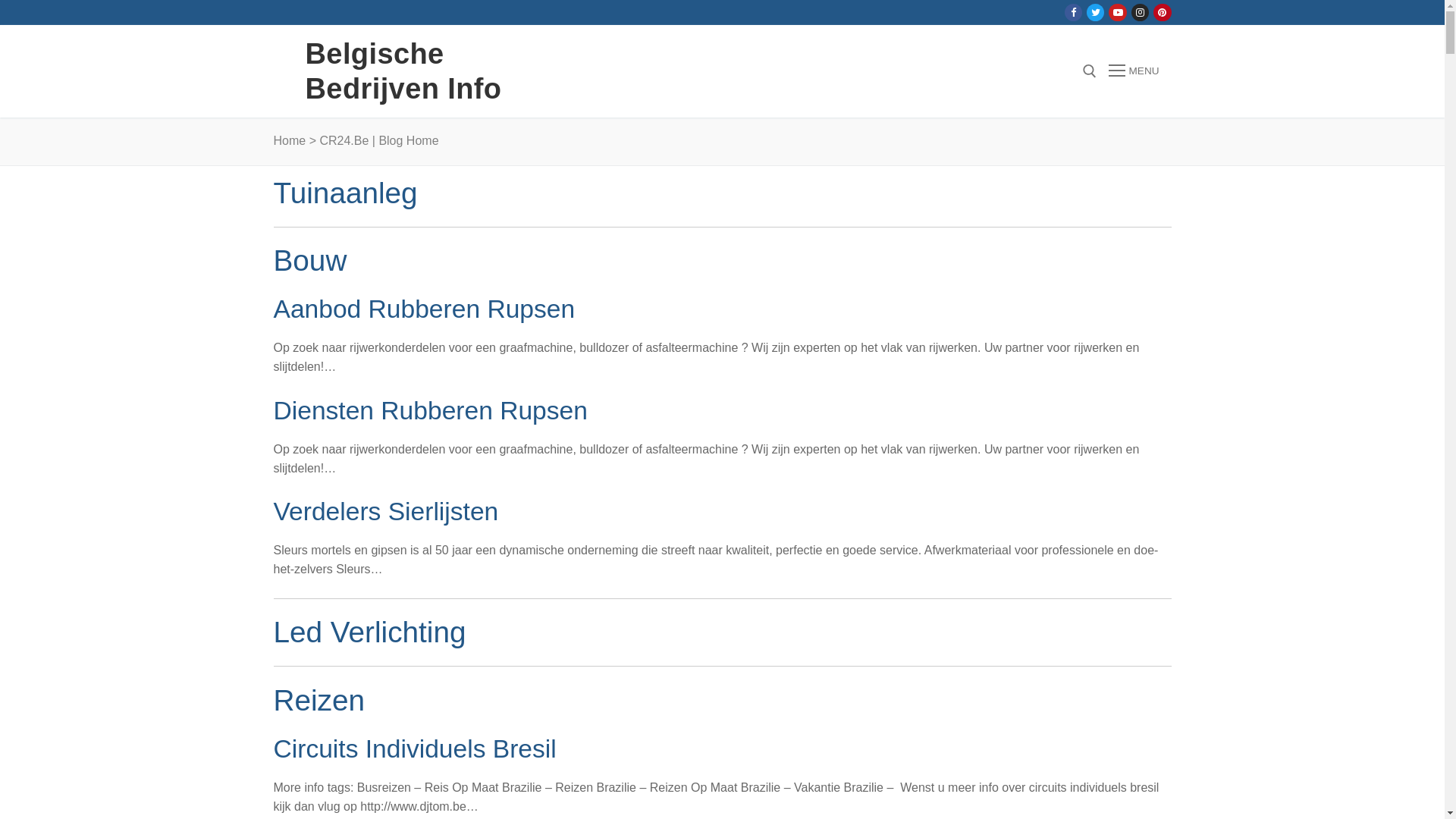 The image size is (1456, 819). What do you see at coordinates (1118, 12) in the screenshot?
I see `'Youtube'` at bounding box center [1118, 12].